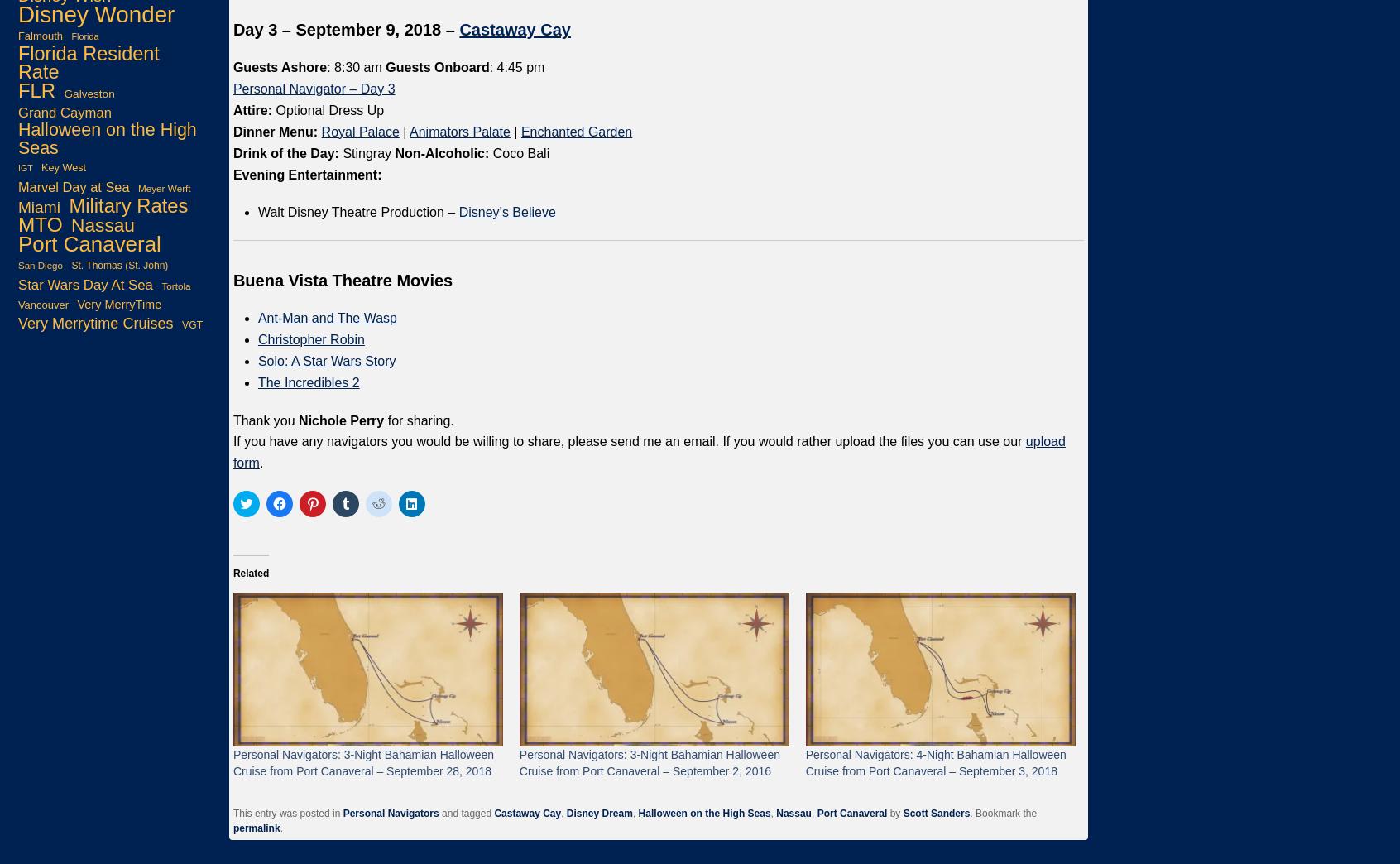  What do you see at coordinates (326, 359) in the screenshot?
I see `'Solo: A Star Wars Story'` at bounding box center [326, 359].